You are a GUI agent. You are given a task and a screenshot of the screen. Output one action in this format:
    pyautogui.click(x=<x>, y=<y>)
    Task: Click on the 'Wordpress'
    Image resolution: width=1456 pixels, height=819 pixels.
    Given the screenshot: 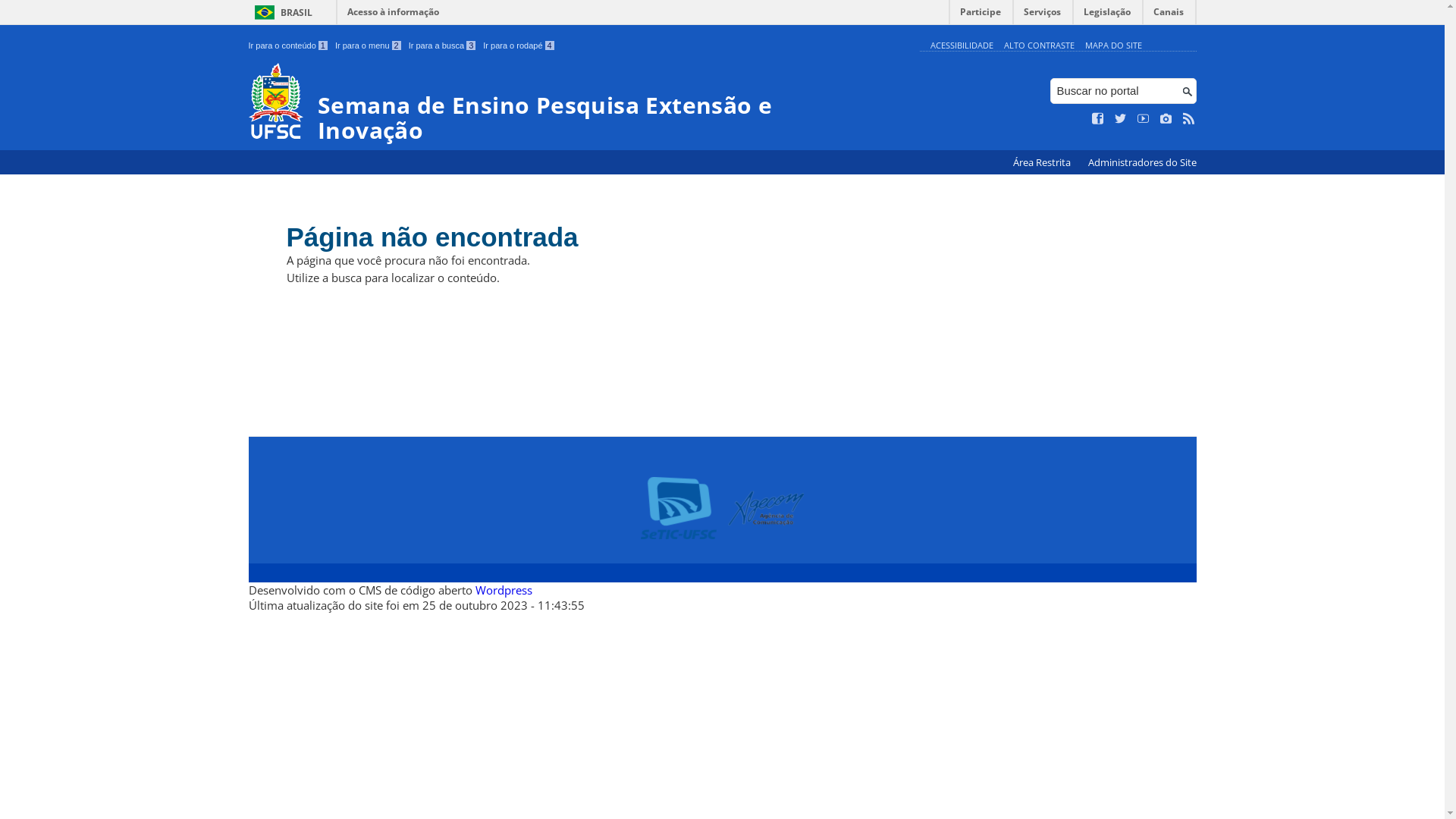 What is the action you would take?
    pyautogui.click(x=473, y=589)
    